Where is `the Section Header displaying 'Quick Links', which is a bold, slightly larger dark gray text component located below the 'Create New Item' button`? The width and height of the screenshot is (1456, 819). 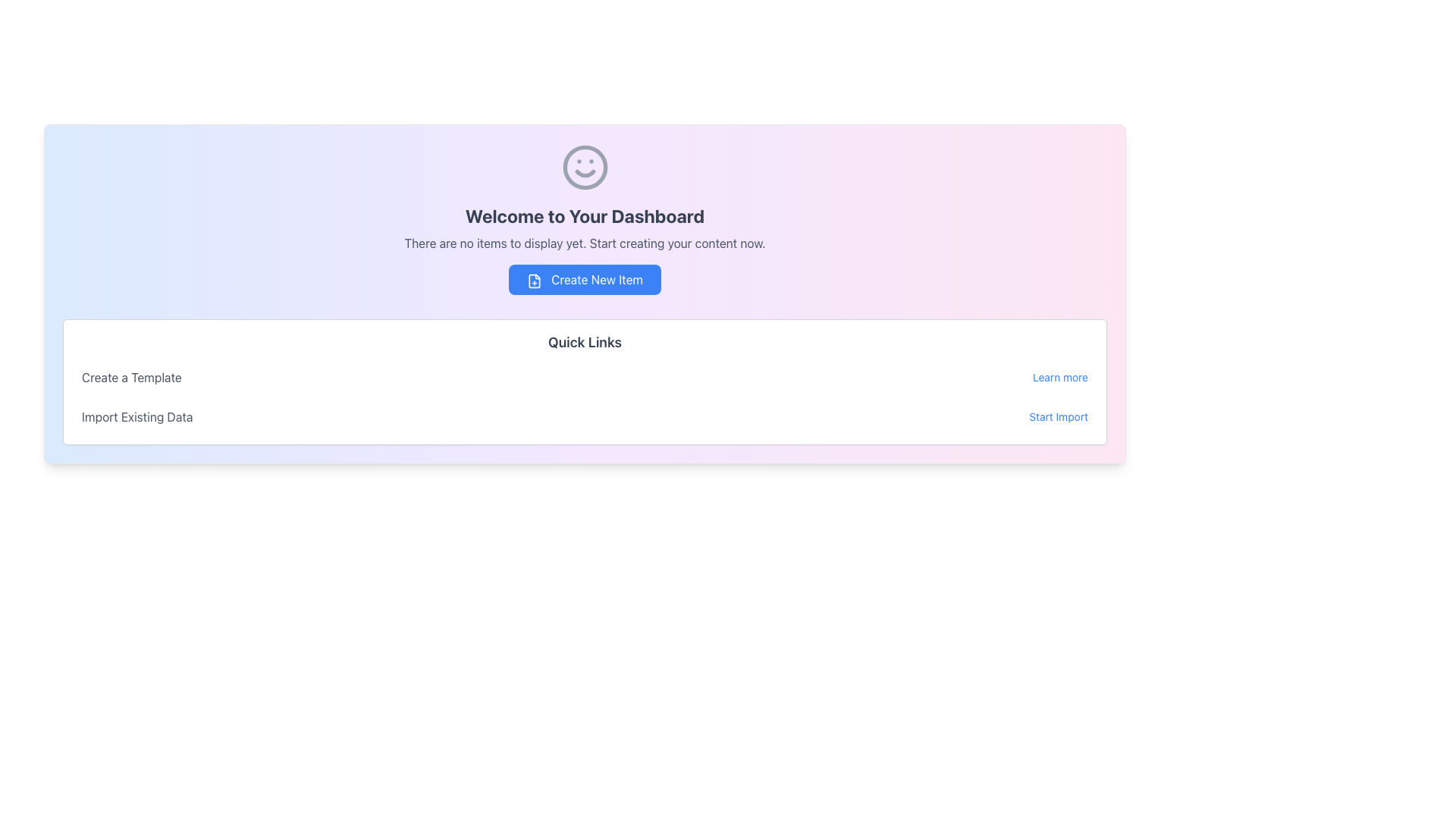 the Section Header displaying 'Quick Links', which is a bold, slightly larger dark gray text component located below the 'Create New Item' button is located at coordinates (584, 342).